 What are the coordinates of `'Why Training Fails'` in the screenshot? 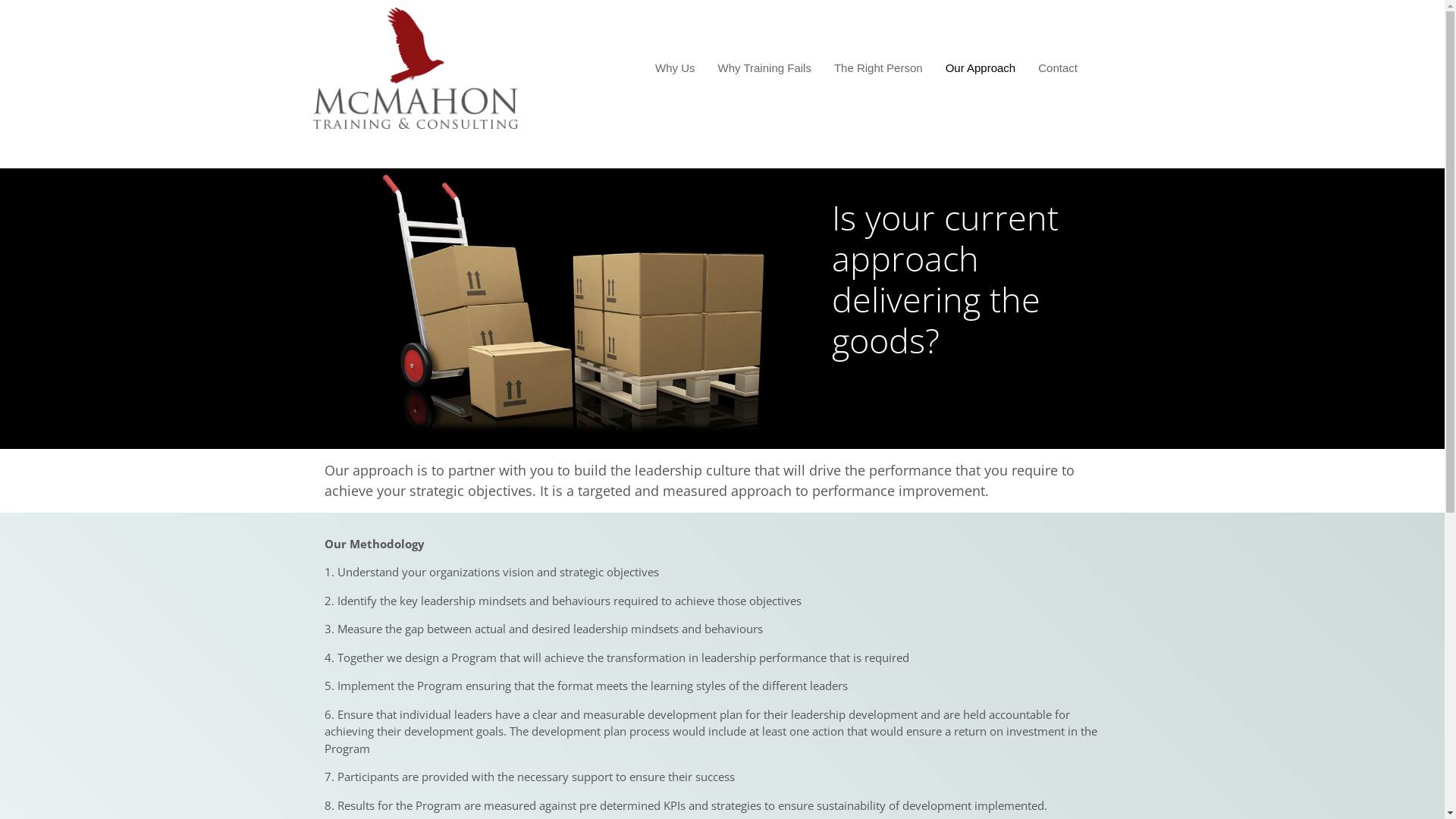 It's located at (705, 67).